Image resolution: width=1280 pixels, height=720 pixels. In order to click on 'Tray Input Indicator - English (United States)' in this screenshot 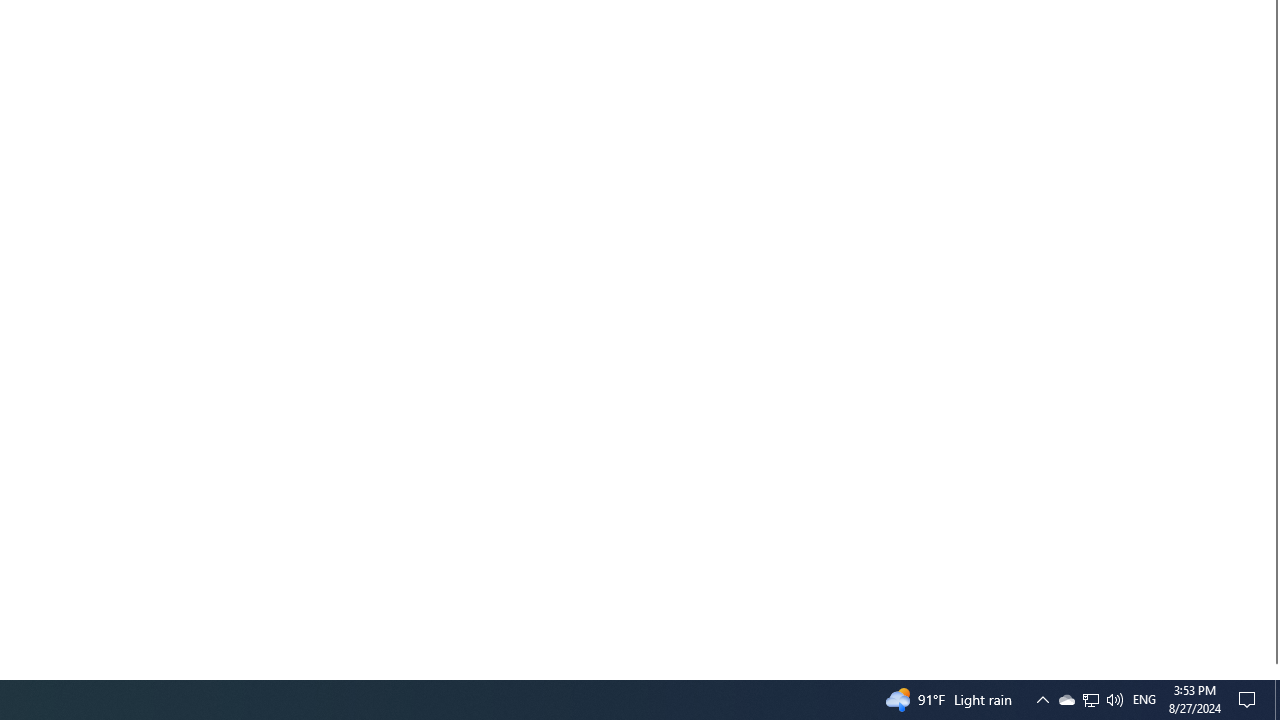, I will do `click(1144, 698)`.